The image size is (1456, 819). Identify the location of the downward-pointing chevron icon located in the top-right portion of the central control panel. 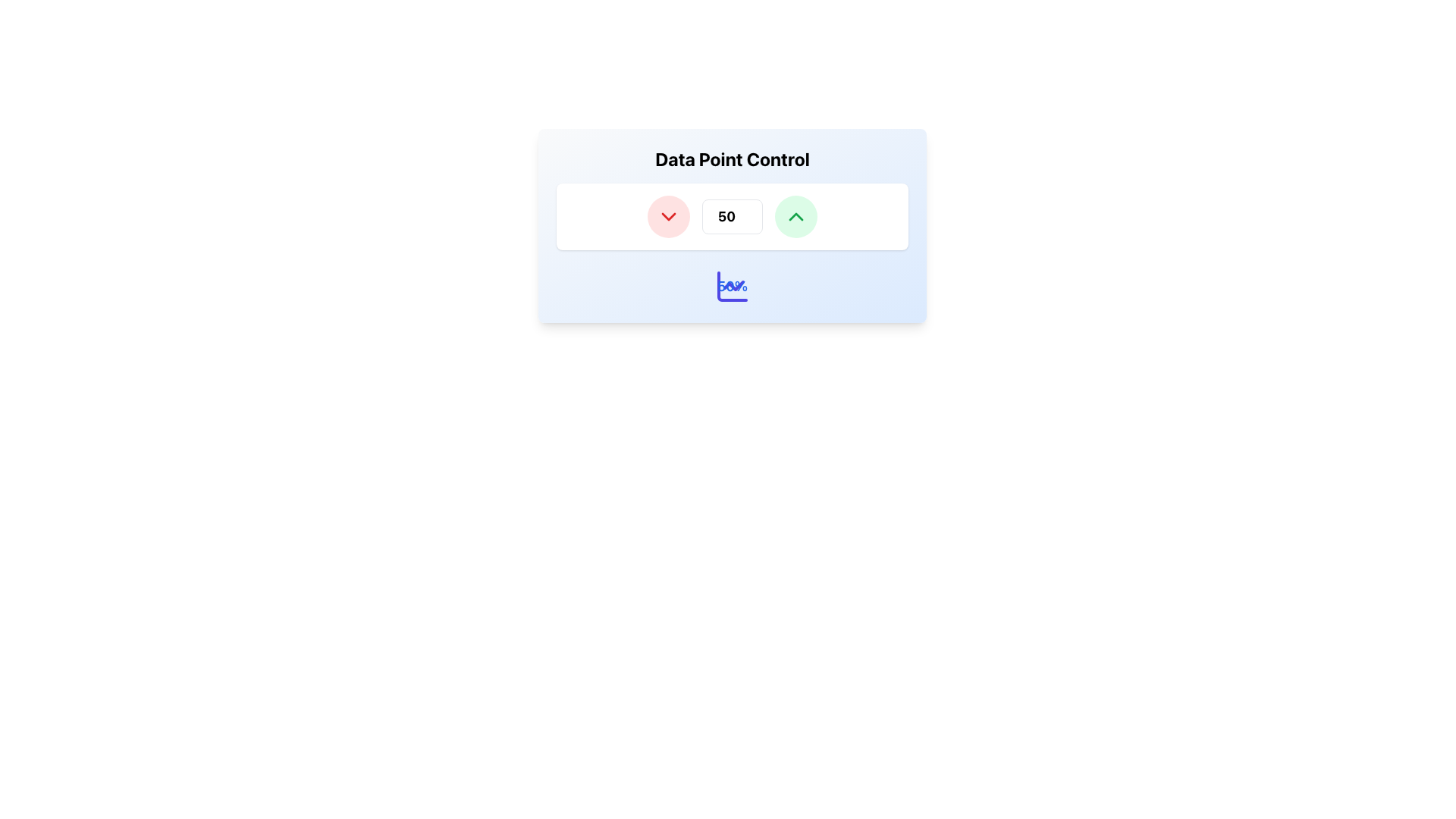
(668, 216).